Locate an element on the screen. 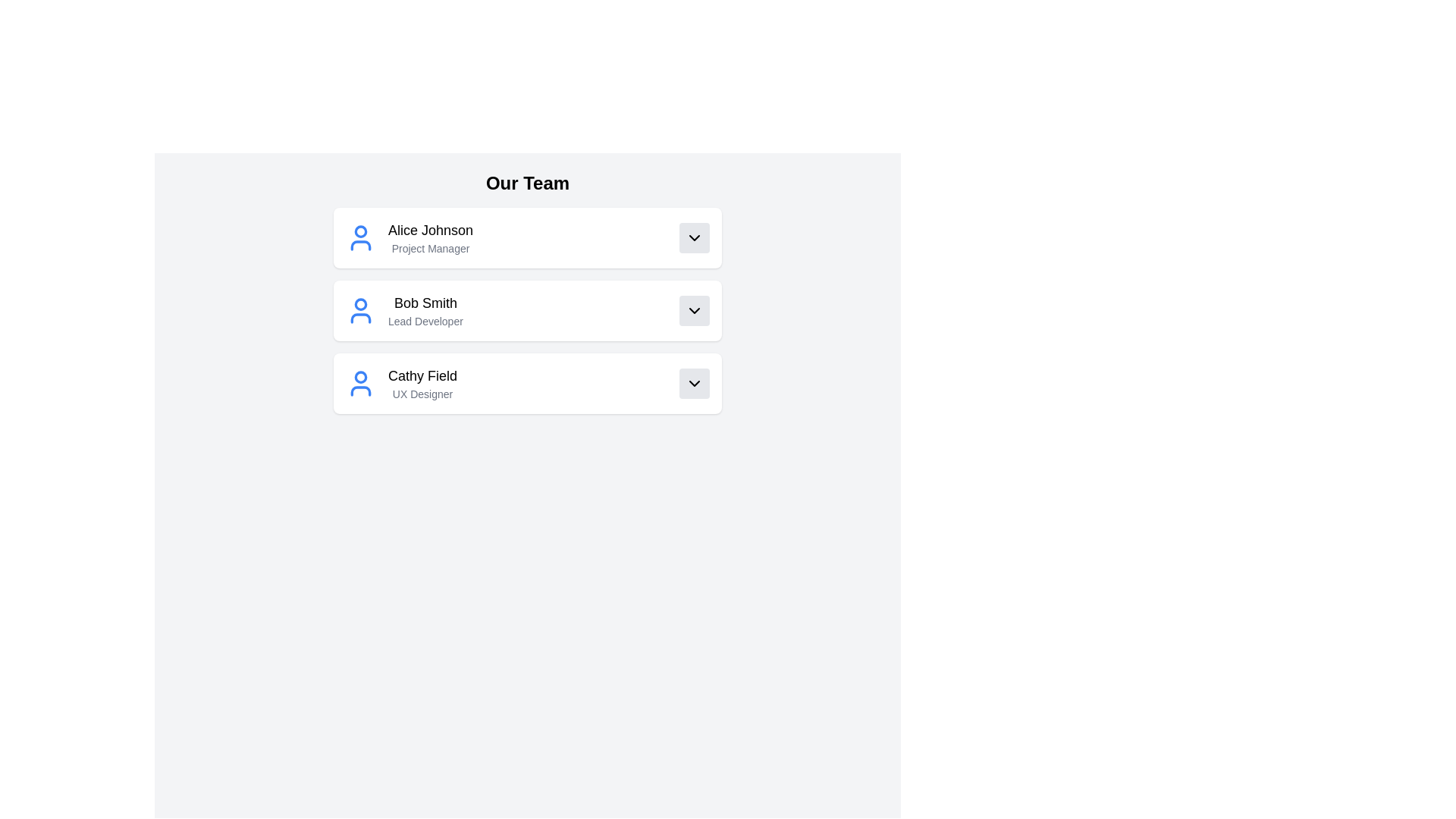 Image resolution: width=1456 pixels, height=819 pixels. the user profile icon, which is a circular head and torso shape in blue, located to the left of 'Alice Johnson' and 'Project Manager' in the first card under the 'Our Team' section is located at coordinates (359, 237).